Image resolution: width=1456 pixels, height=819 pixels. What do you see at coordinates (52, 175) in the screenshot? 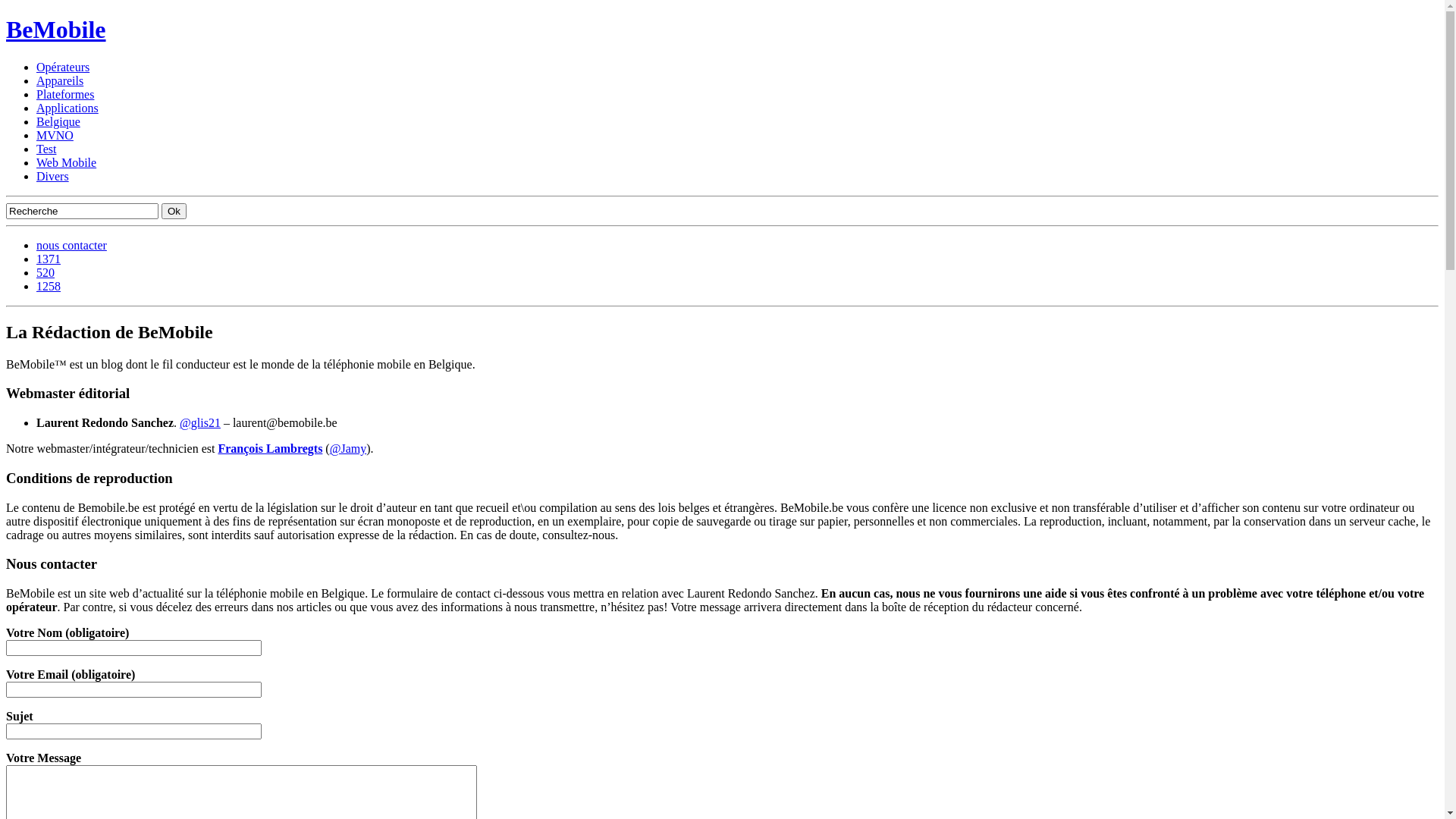
I see `'Divers'` at bounding box center [52, 175].